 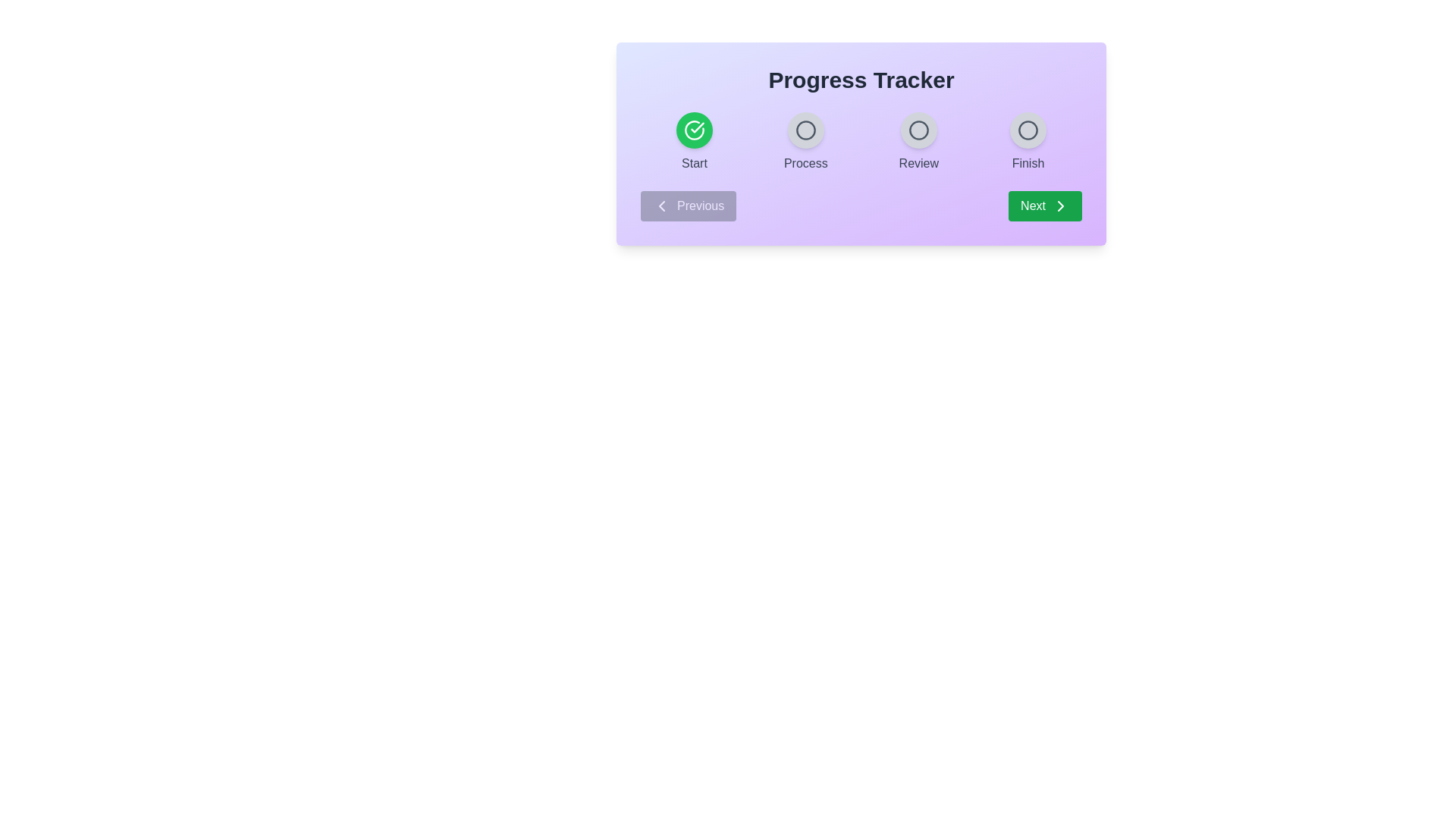 What do you see at coordinates (805, 130) in the screenshot?
I see `the state of the circular icon with a thin border and hollow center, positioned in the second slot of a row of four similar icons within a progress tracker interface` at bounding box center [805, 130].